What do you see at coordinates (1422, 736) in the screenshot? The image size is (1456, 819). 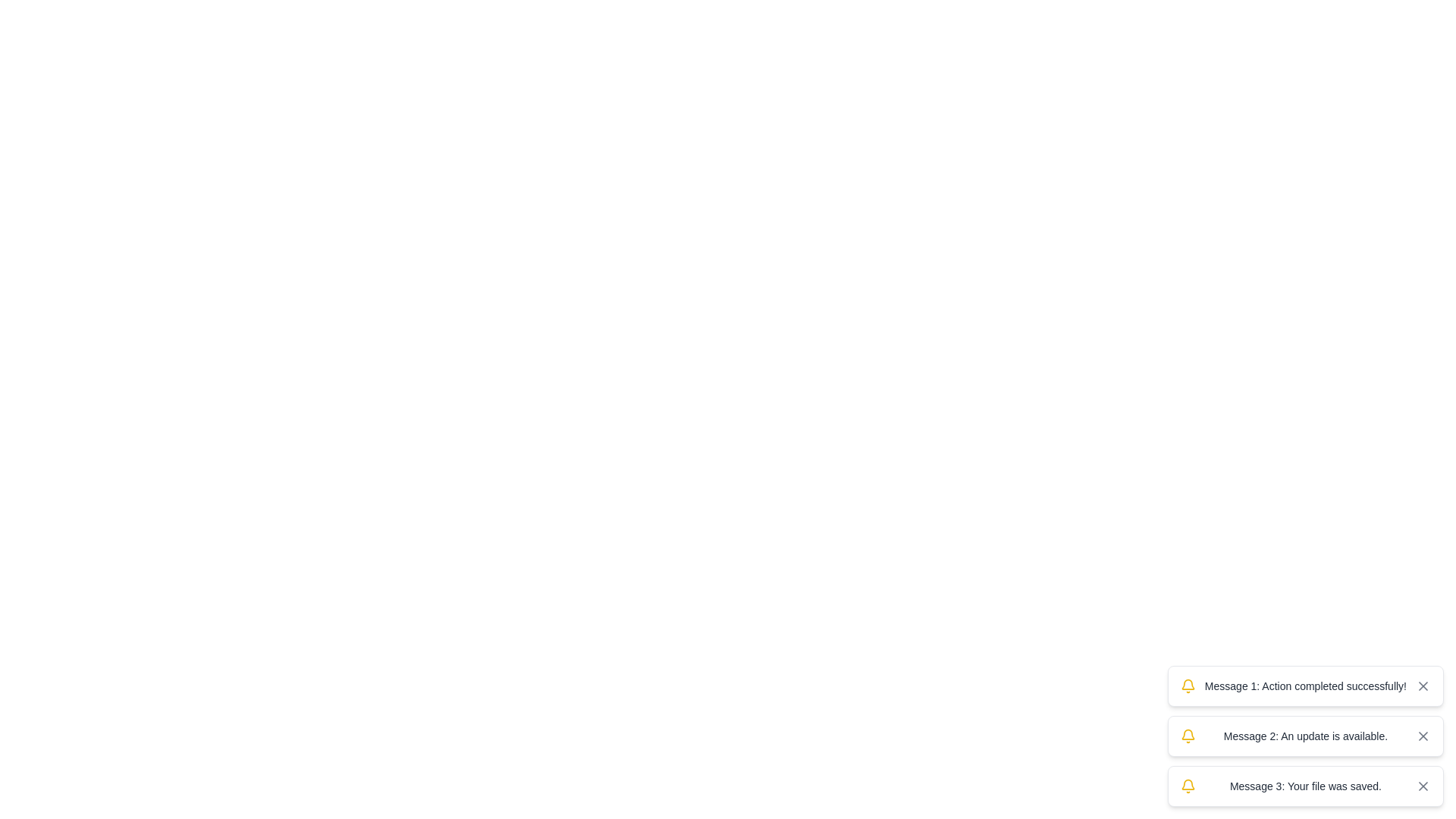 I see `the small cross (×) icon button, which is located on the far right side of the message box labeled 'Message 2: An update is available.'` at bounding box center [1422, 736].